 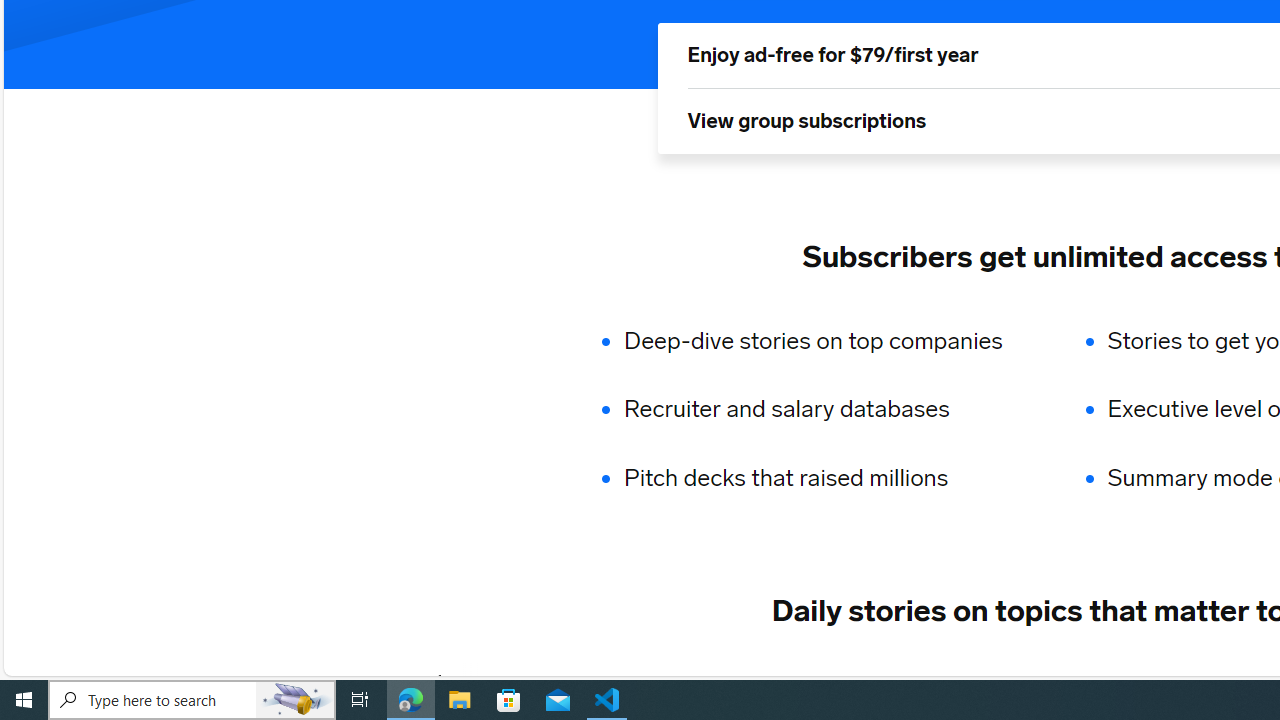 I want to click on 'Pitch decks that raised millions', so click(x=826, y=478).